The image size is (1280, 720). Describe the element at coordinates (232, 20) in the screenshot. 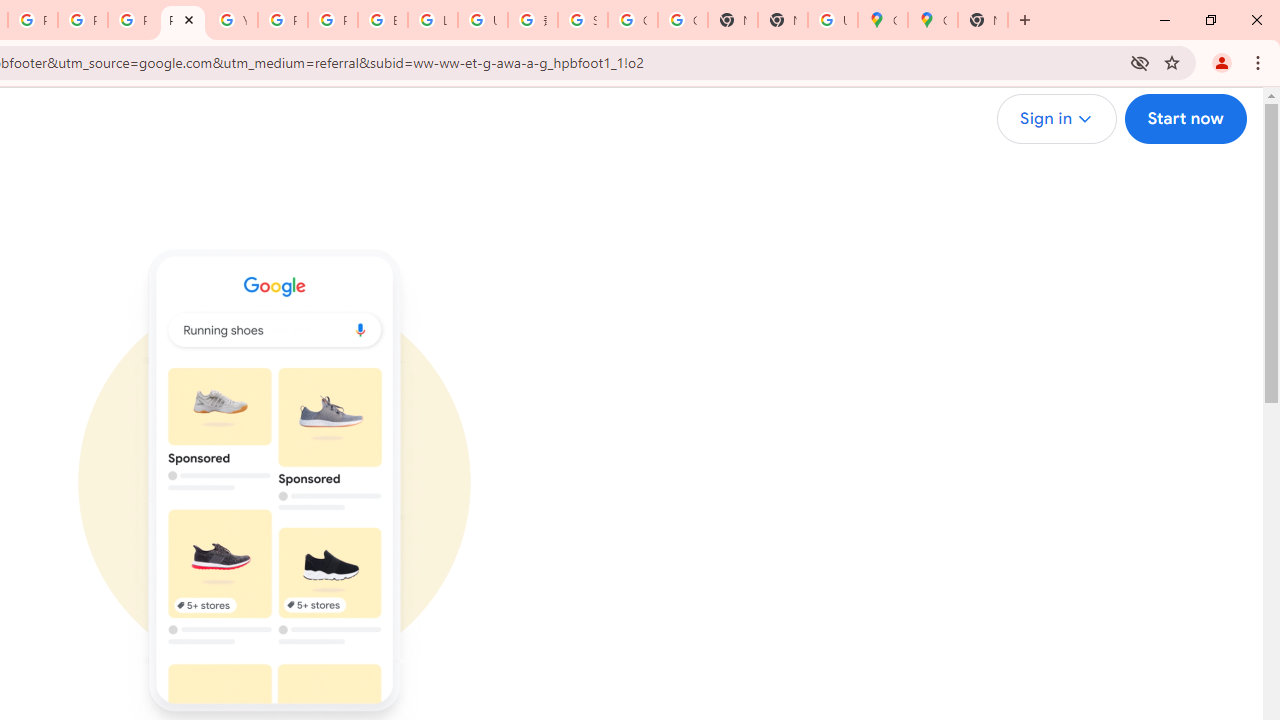

I see `'YouTube'` at that location.